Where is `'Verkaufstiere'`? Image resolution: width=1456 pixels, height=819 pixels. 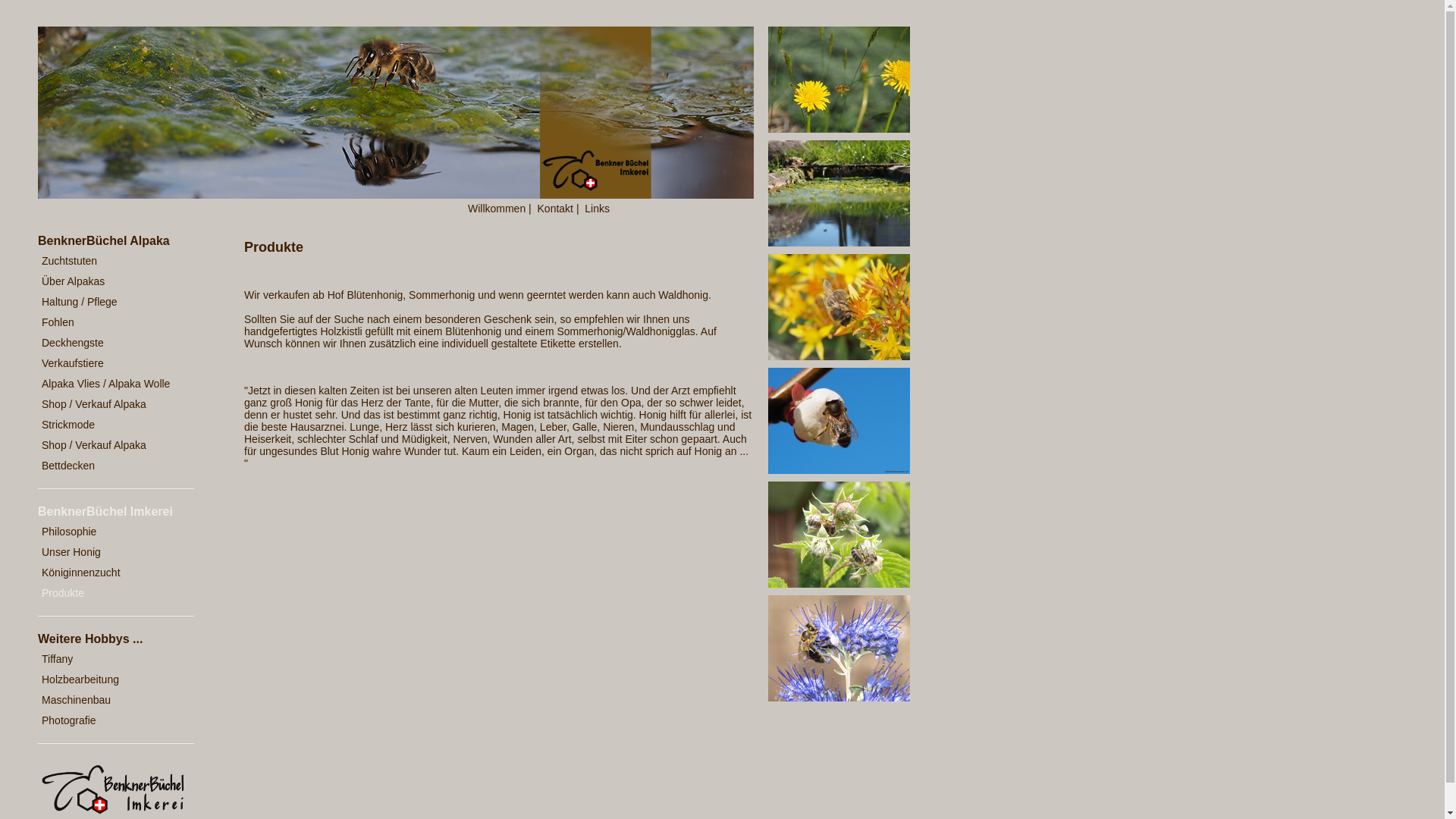
'Verkaufstiere' is located at coordinates (108, 363).